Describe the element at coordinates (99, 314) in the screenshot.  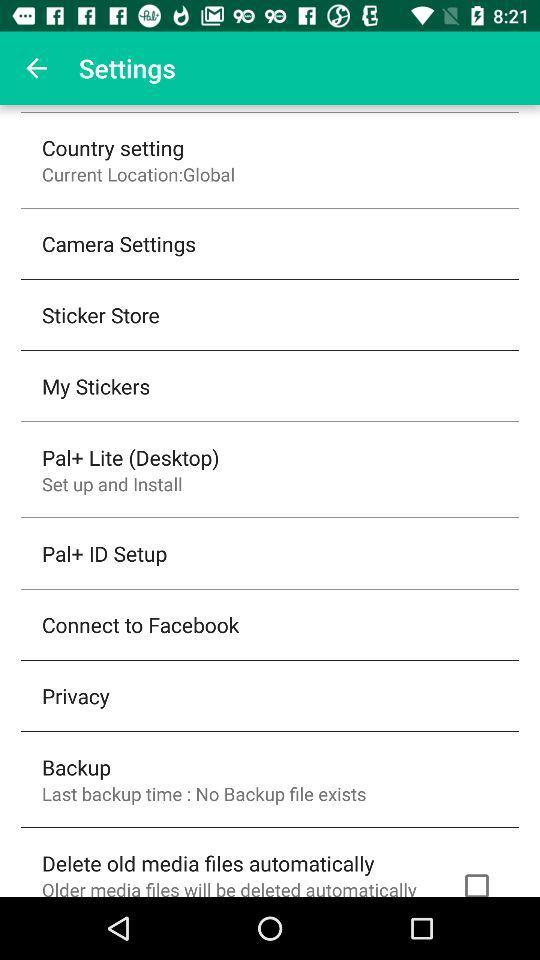
I see `sticker store icon` at that location.